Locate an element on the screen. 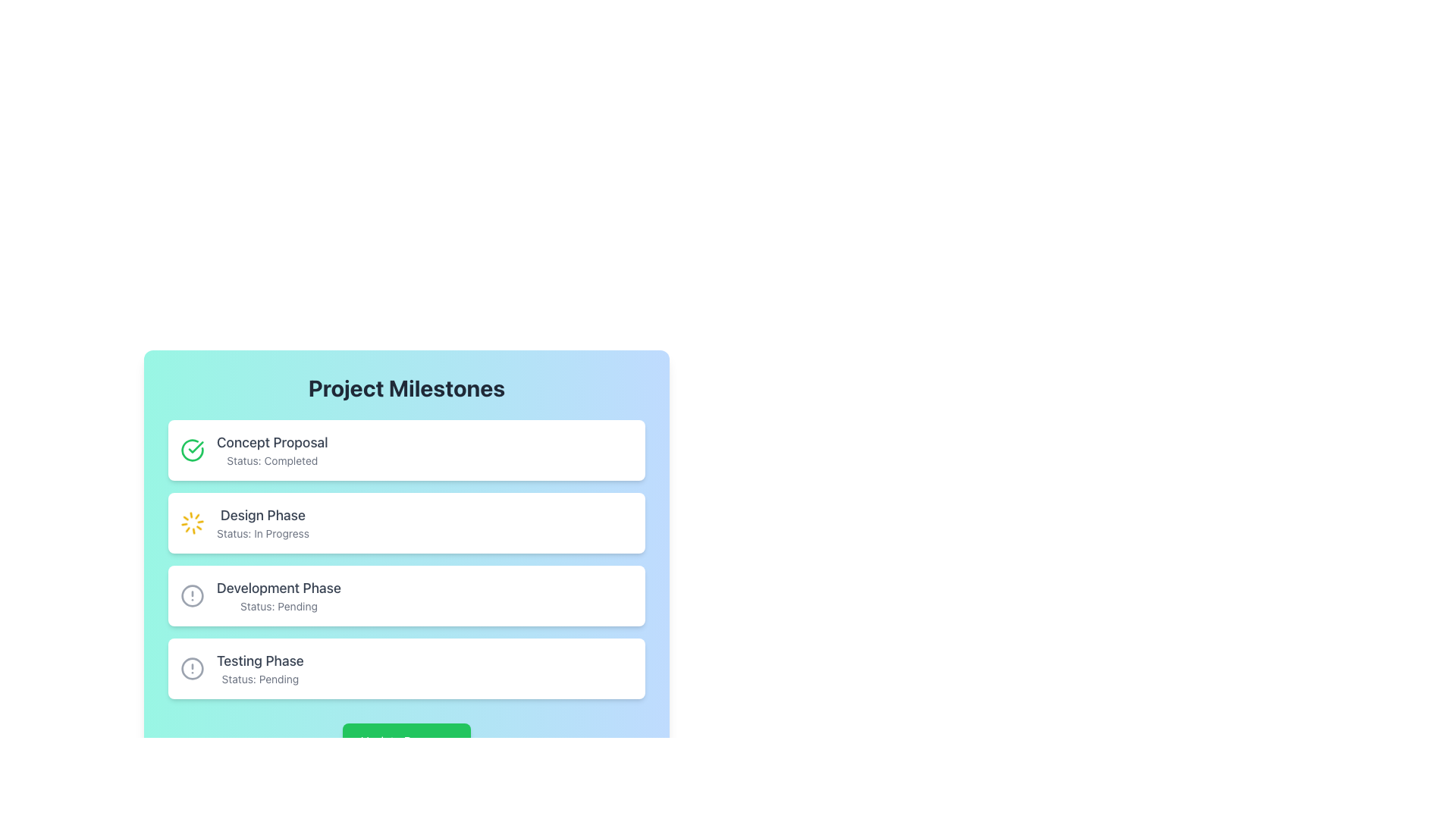  the 'Design Phase' milestone status card, which is the second milestone in a vertically stacked list, indicating its current status as 'In Progress' is located at coordinates (406, 534).